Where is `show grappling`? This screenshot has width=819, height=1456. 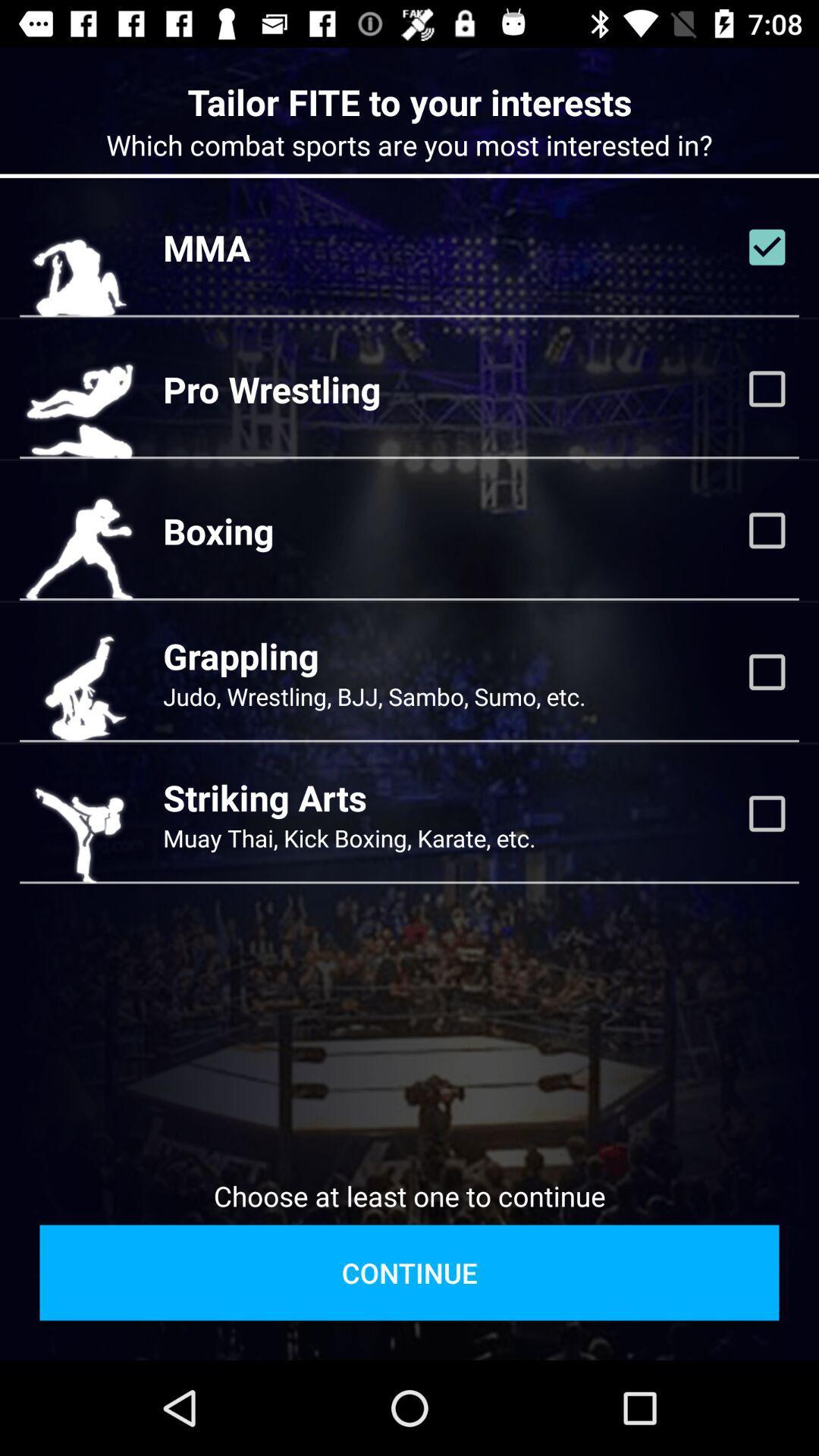
show grappling is located at coordinates (767, 671).